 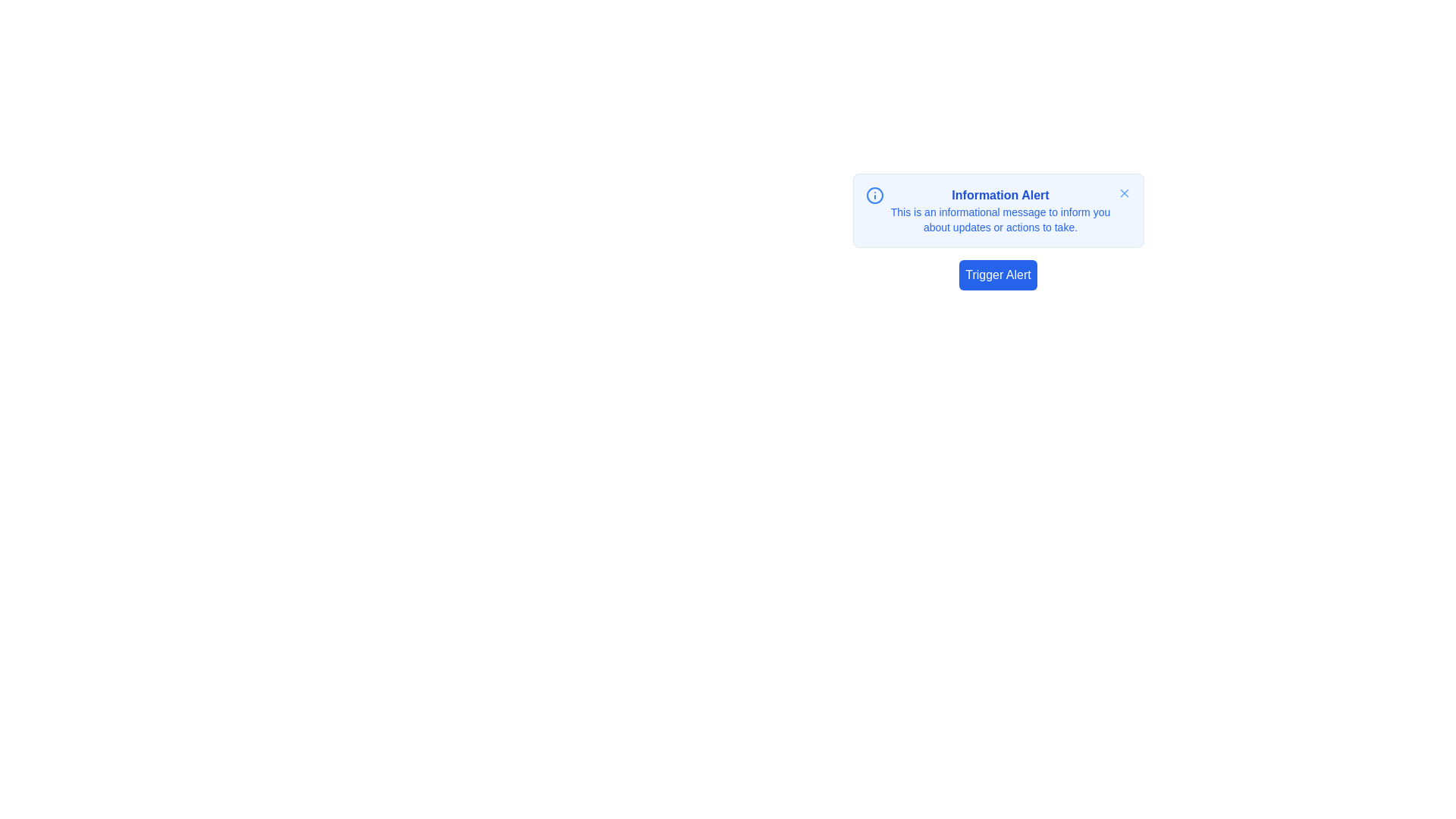 What do you see at coordinates (1000, 210) in the screenshot?
I see `the Informational message box, which is a centrally located alert with a rounded light blue background, containing an icon and a close button` at bounding box center [1000, 210].